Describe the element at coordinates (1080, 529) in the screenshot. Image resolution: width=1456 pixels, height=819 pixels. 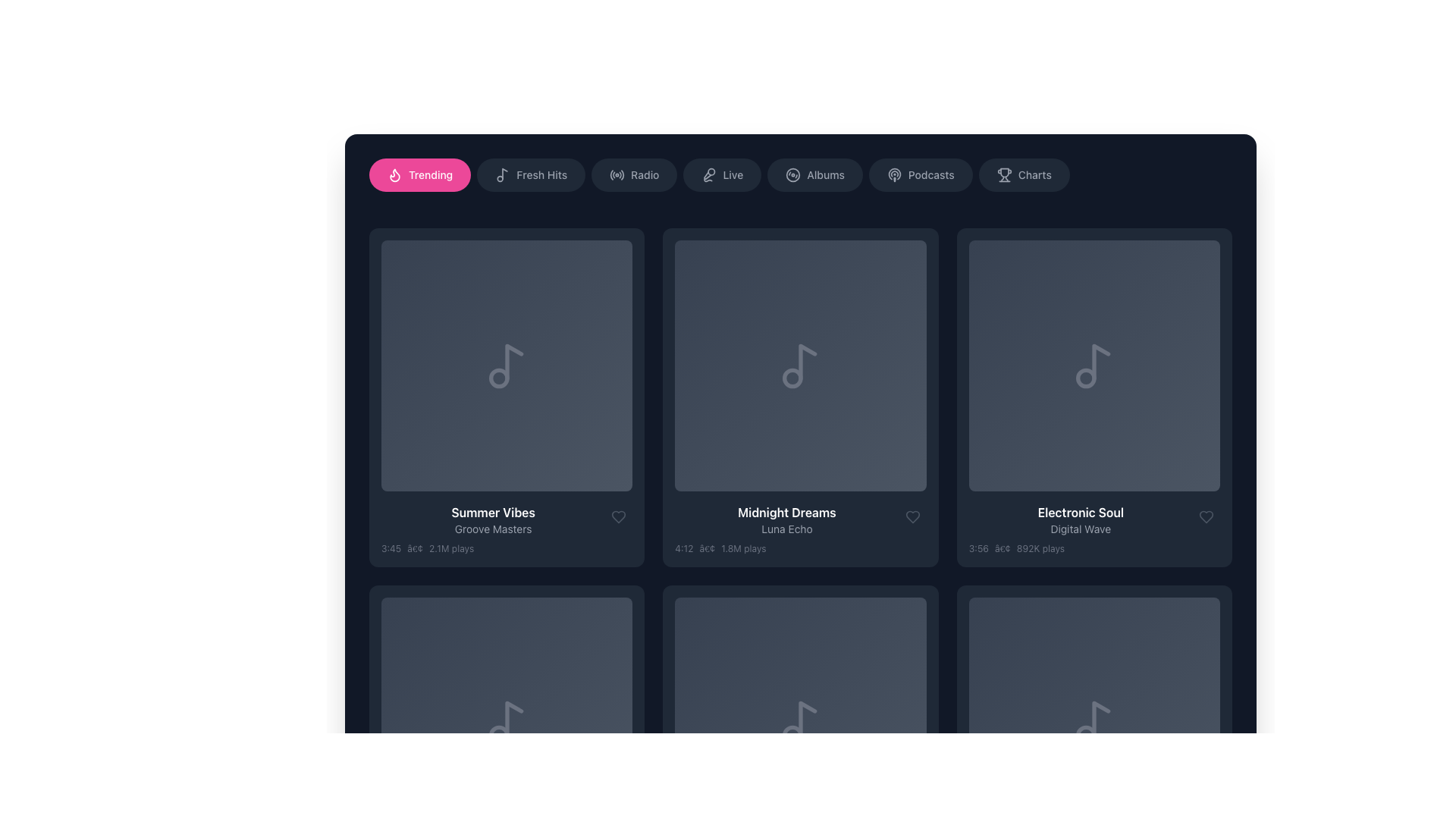
I see `the text label displaying 'Digital Wave' in gray font, located under the main title 'Electronic Soul' in the song card on the third column of the first row` at that location.